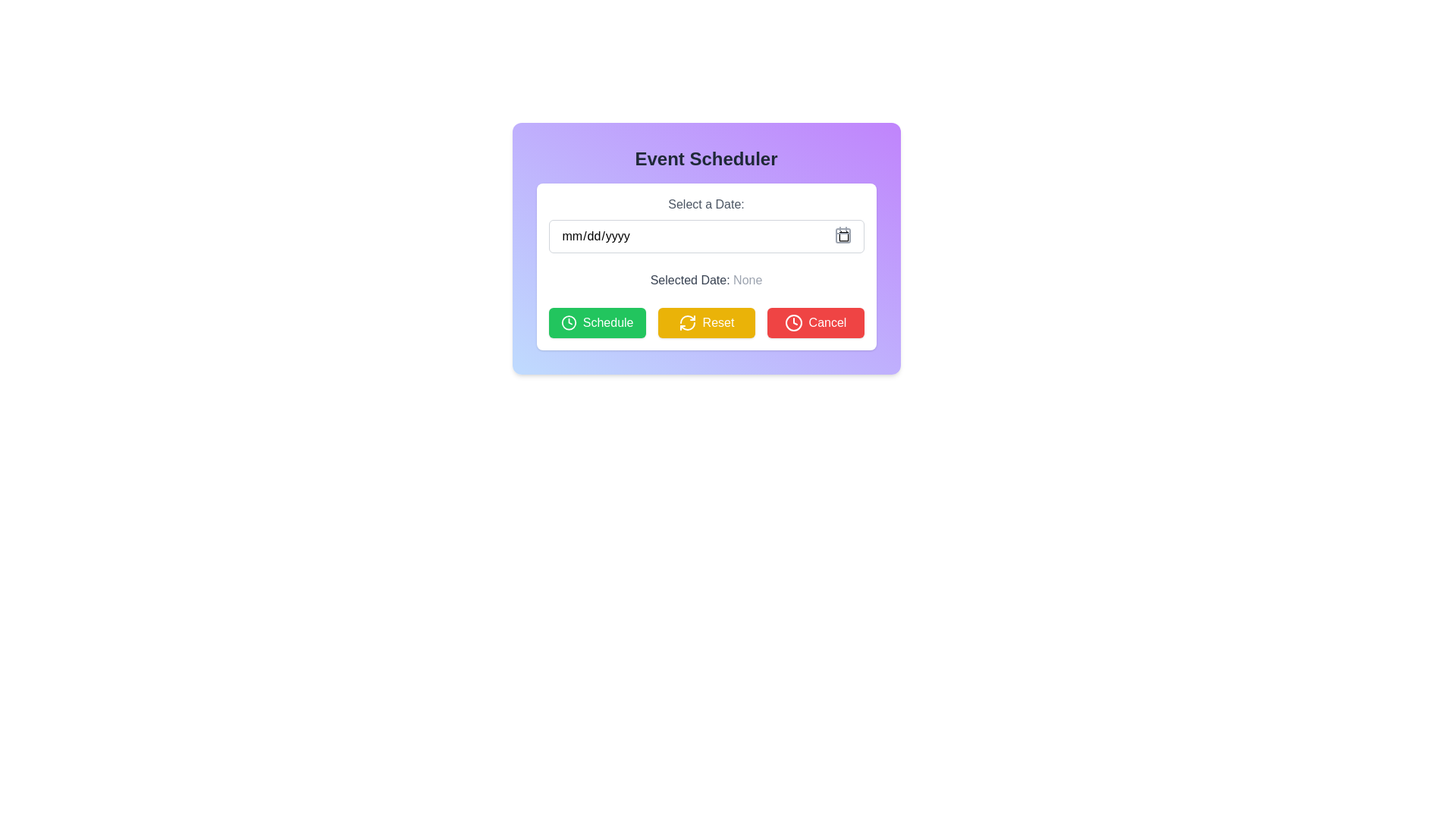 The height and width of the screenshot is (819, 1456). I want to click on the informational label that displays the currently selected date or 'None' if no date is selected, which is located directly below the 'Select a Date:' input field and above the scheduling action buttons, so click(705, 281).